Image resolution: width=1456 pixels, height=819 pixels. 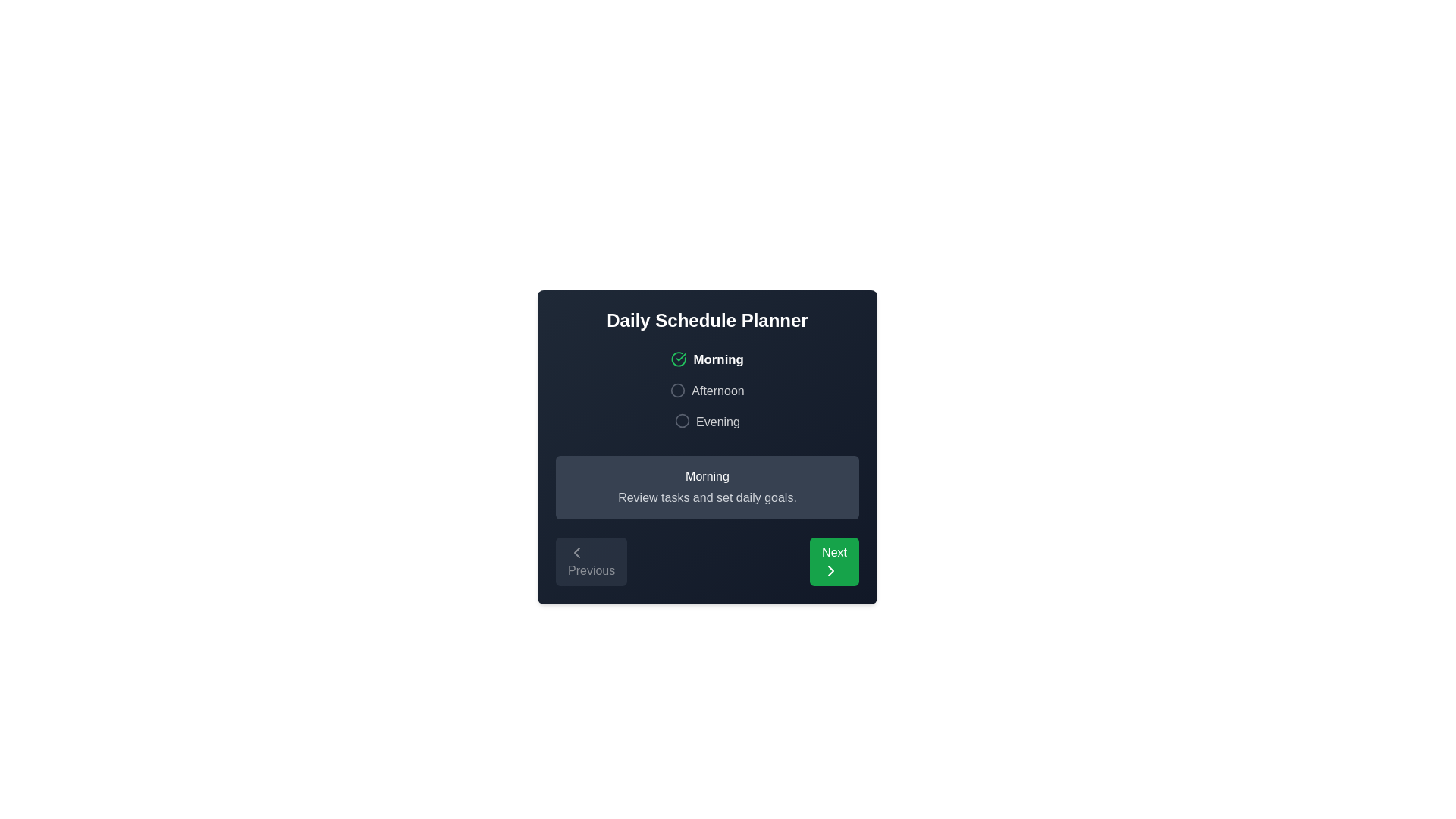 What do you see at coordinates (680, 357) in the screenshot?
I see `the green checkmark icon indicating that the 'Morning' option is selected in the 'Daily Schedule Planner' interface` at bounding box center [680, 357].